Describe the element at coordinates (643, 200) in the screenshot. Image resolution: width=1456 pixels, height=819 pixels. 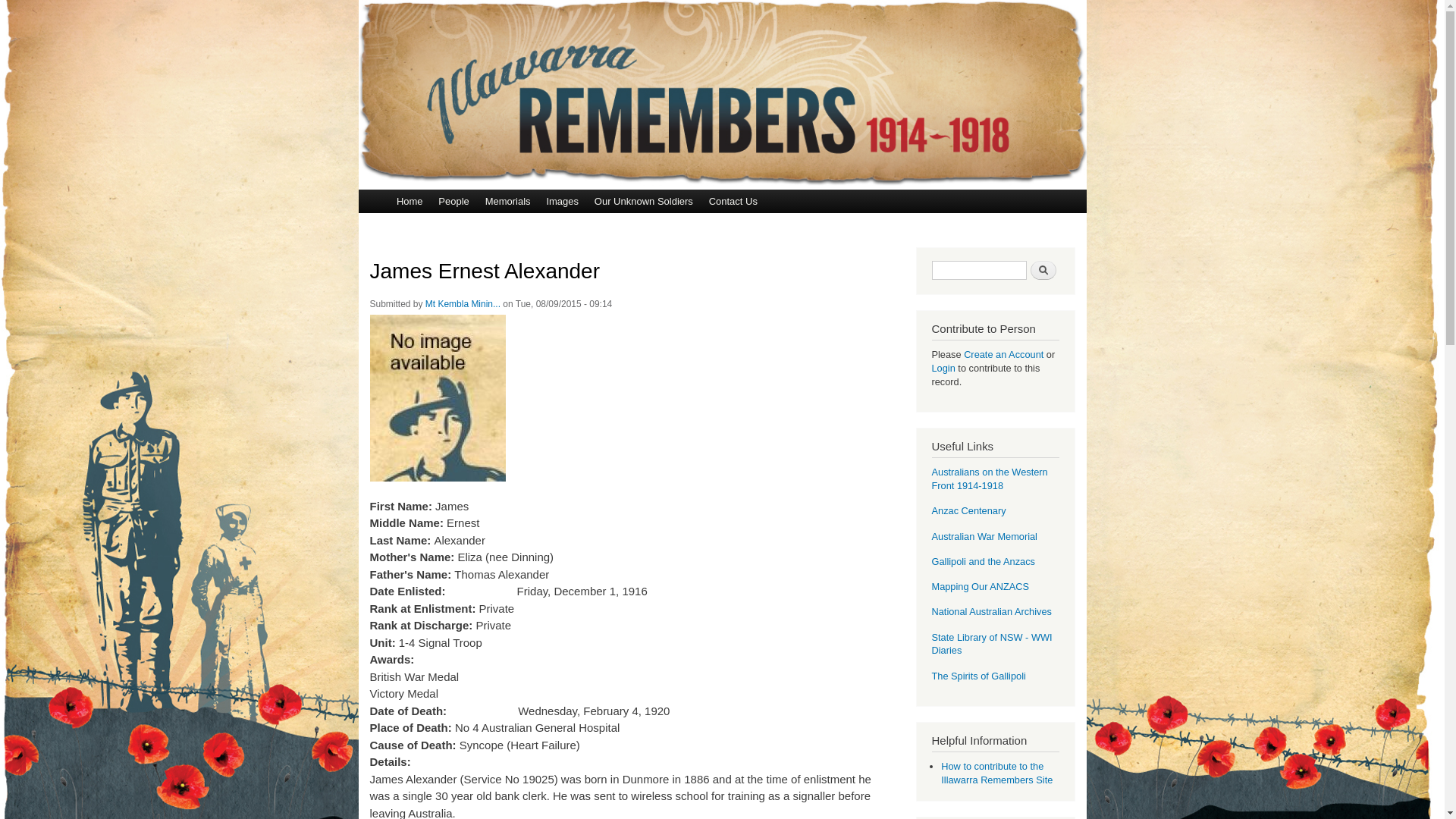
I see `'Our Unknown Soldiers'` at that location.